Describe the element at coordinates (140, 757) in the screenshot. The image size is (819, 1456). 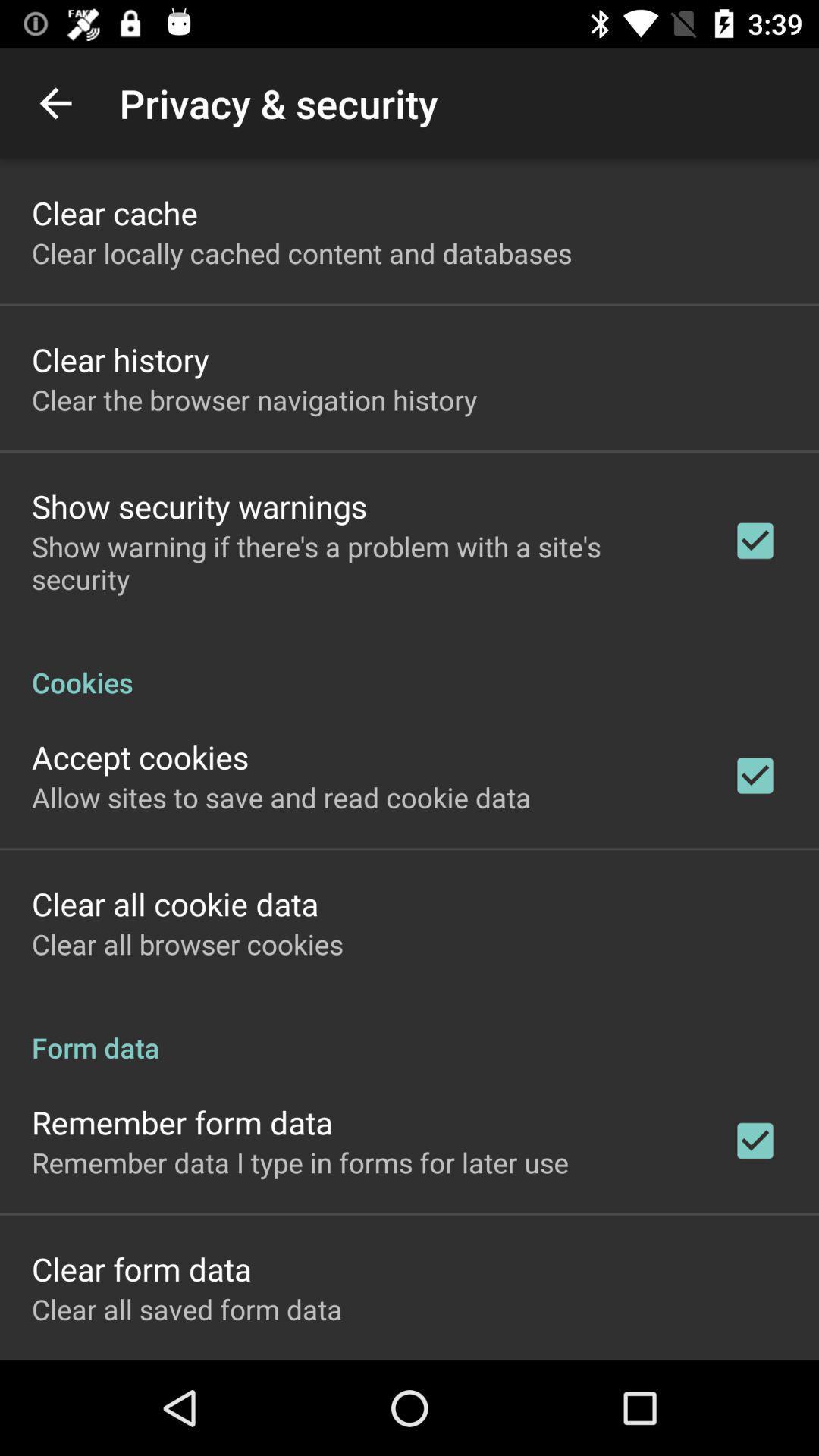
I see `the icon above the allow sites to` at that location.